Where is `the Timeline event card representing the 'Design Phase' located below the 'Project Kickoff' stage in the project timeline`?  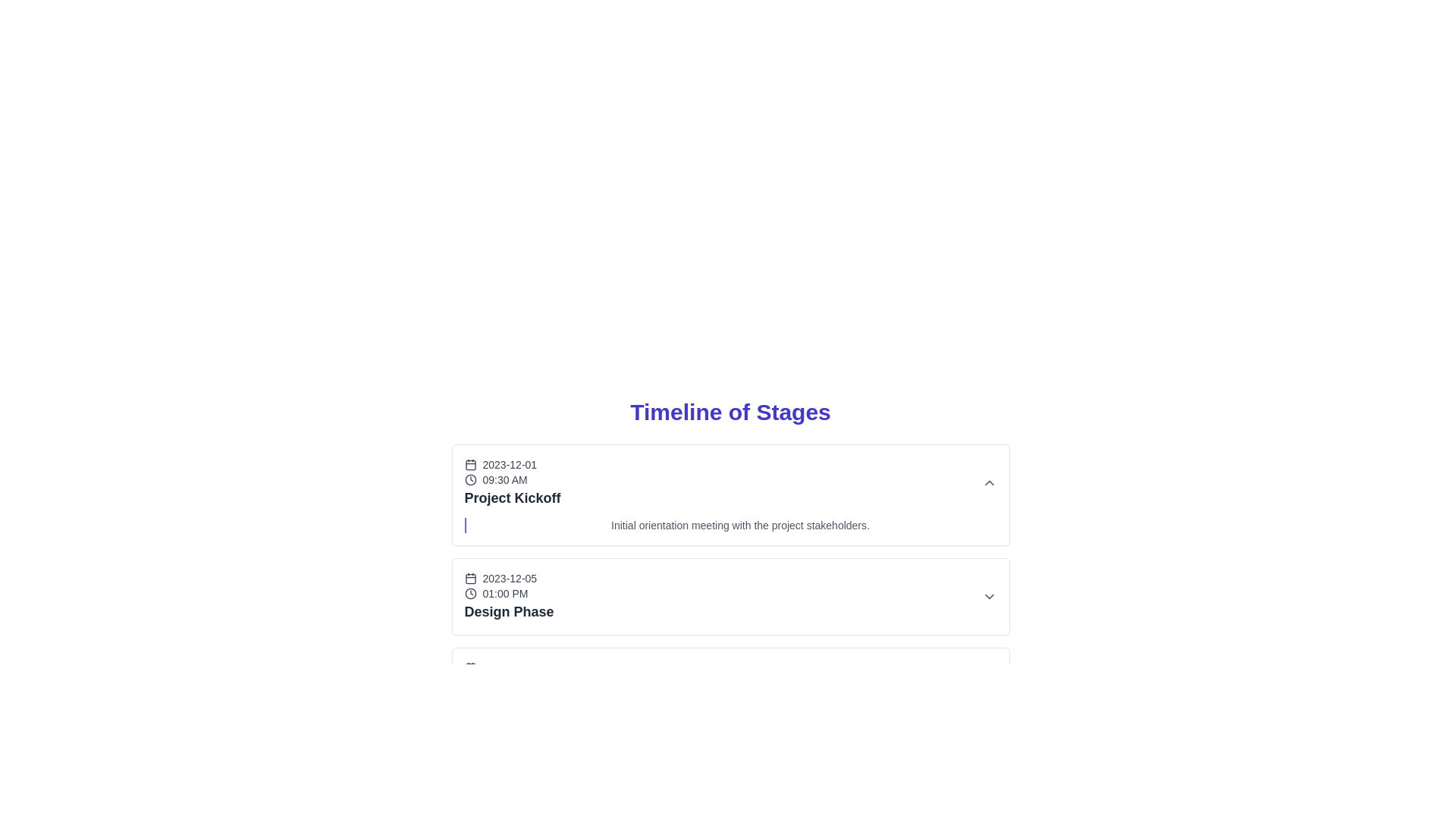 the Timeline event card representing the 'Design Phase' located below the 'Project Kickoff' stage in the project timeline is located at coordinates (730, 561).